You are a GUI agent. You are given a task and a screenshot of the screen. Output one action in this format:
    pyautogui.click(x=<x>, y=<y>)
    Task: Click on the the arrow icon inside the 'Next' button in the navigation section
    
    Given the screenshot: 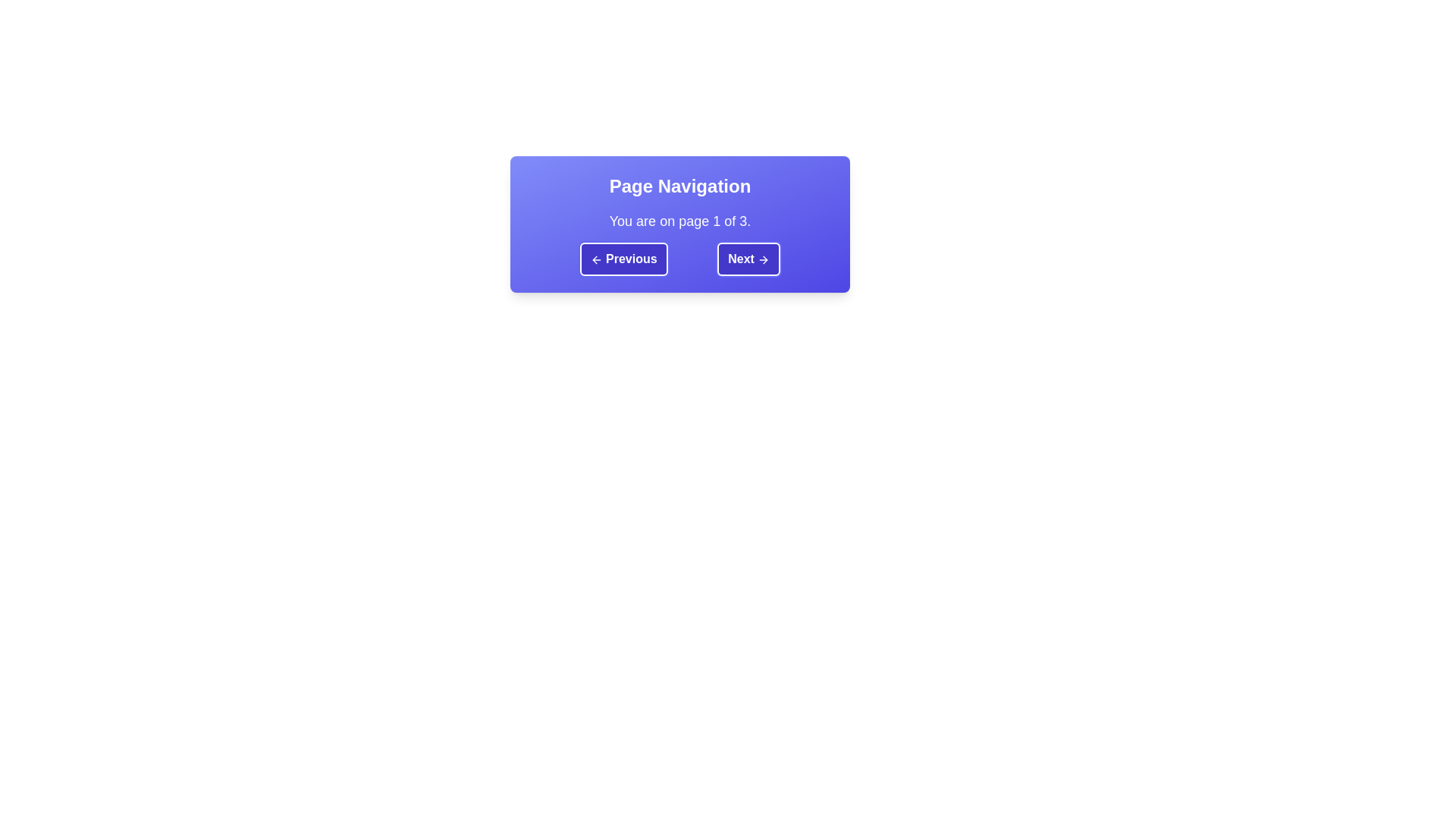 What is the action you would take?
    pyautogui.click(x=764, y=259)
    